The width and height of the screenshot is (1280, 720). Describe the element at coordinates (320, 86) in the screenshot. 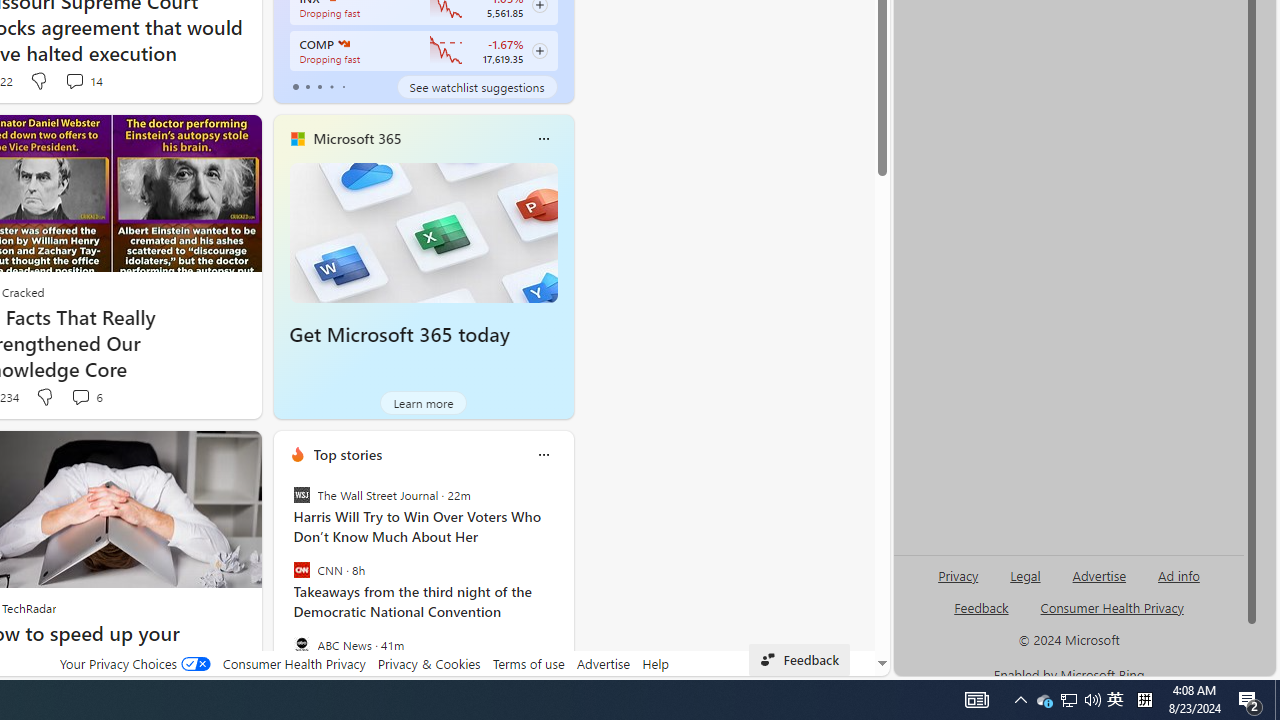

I see `'tab-2'` at that location.